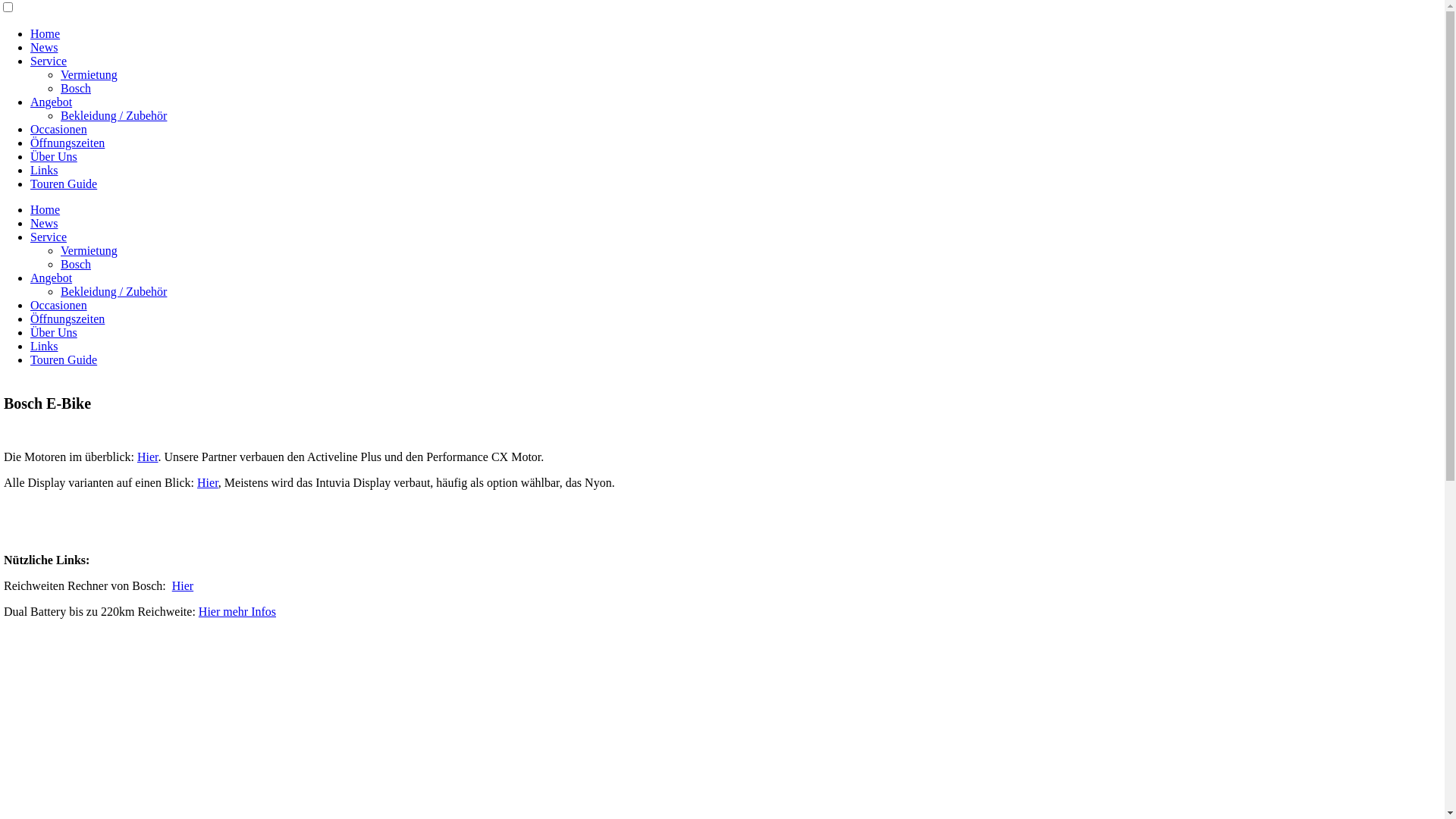 The height and width of the screenshot is (819, 1456). I want to click on 'Hier', so click(196, 482).